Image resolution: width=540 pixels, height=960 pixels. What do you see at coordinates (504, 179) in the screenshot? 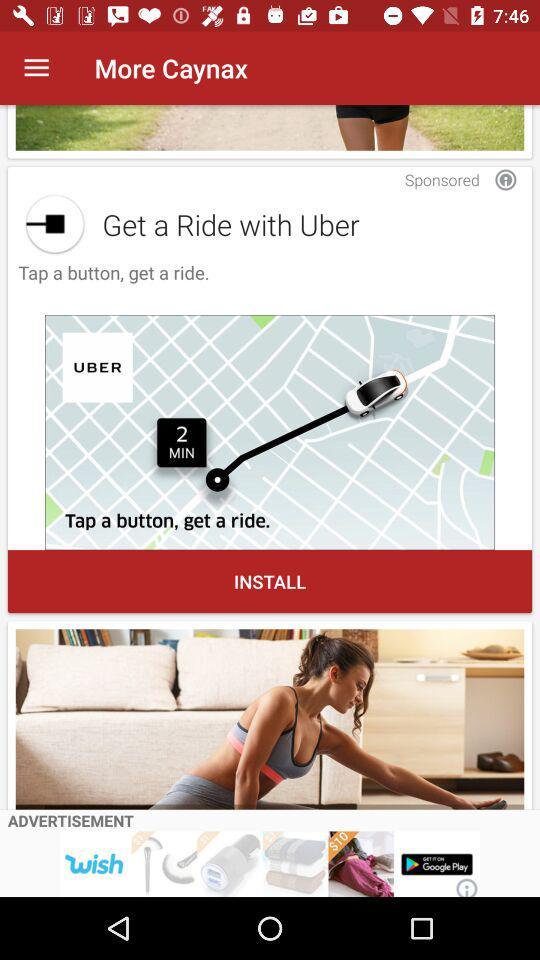
I see `show information about sponsored advertisement` at bounding box center [504, 179].